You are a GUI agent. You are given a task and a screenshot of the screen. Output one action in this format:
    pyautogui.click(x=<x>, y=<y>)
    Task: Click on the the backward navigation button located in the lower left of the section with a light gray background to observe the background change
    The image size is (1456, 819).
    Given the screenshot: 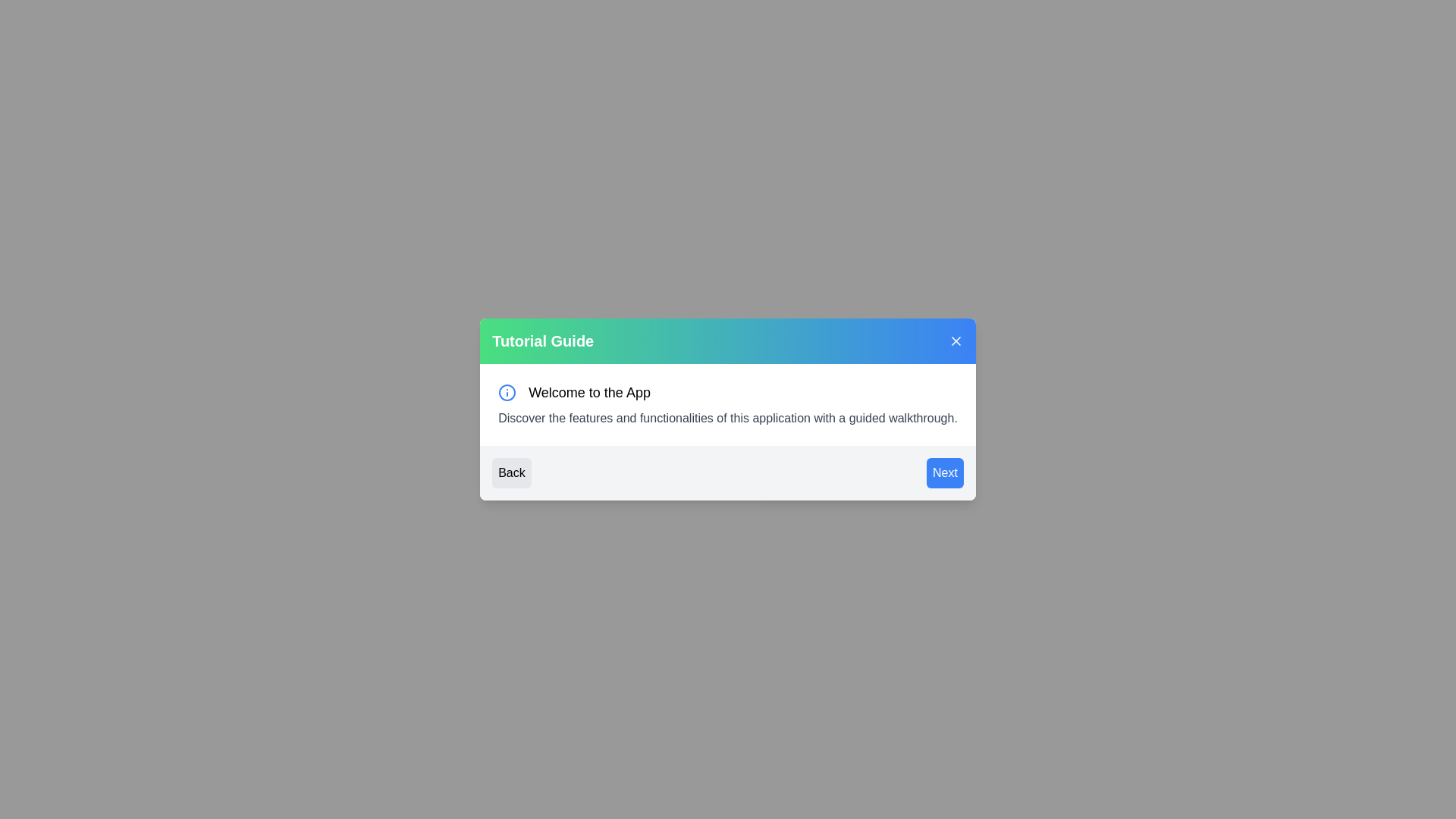 What is the action you would take?
    pyautogui.click(x=511, y=472)
    